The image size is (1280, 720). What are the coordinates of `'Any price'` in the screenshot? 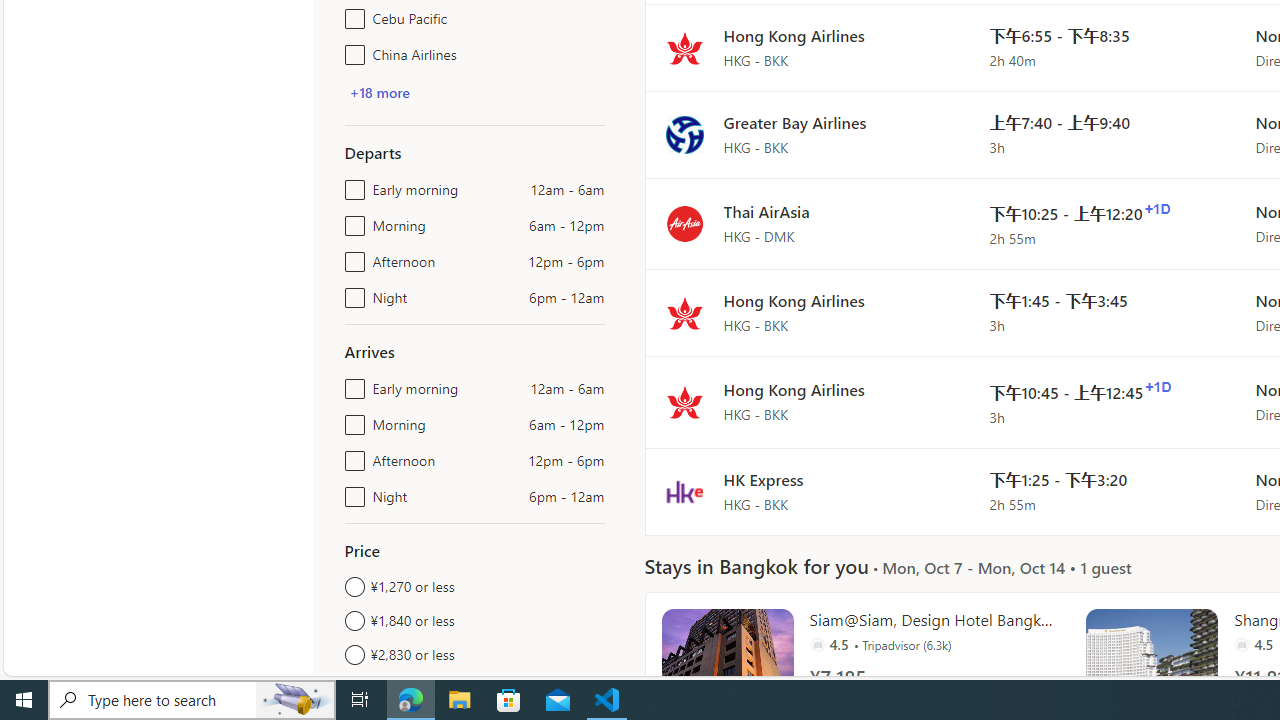 It's located at (473, 687).